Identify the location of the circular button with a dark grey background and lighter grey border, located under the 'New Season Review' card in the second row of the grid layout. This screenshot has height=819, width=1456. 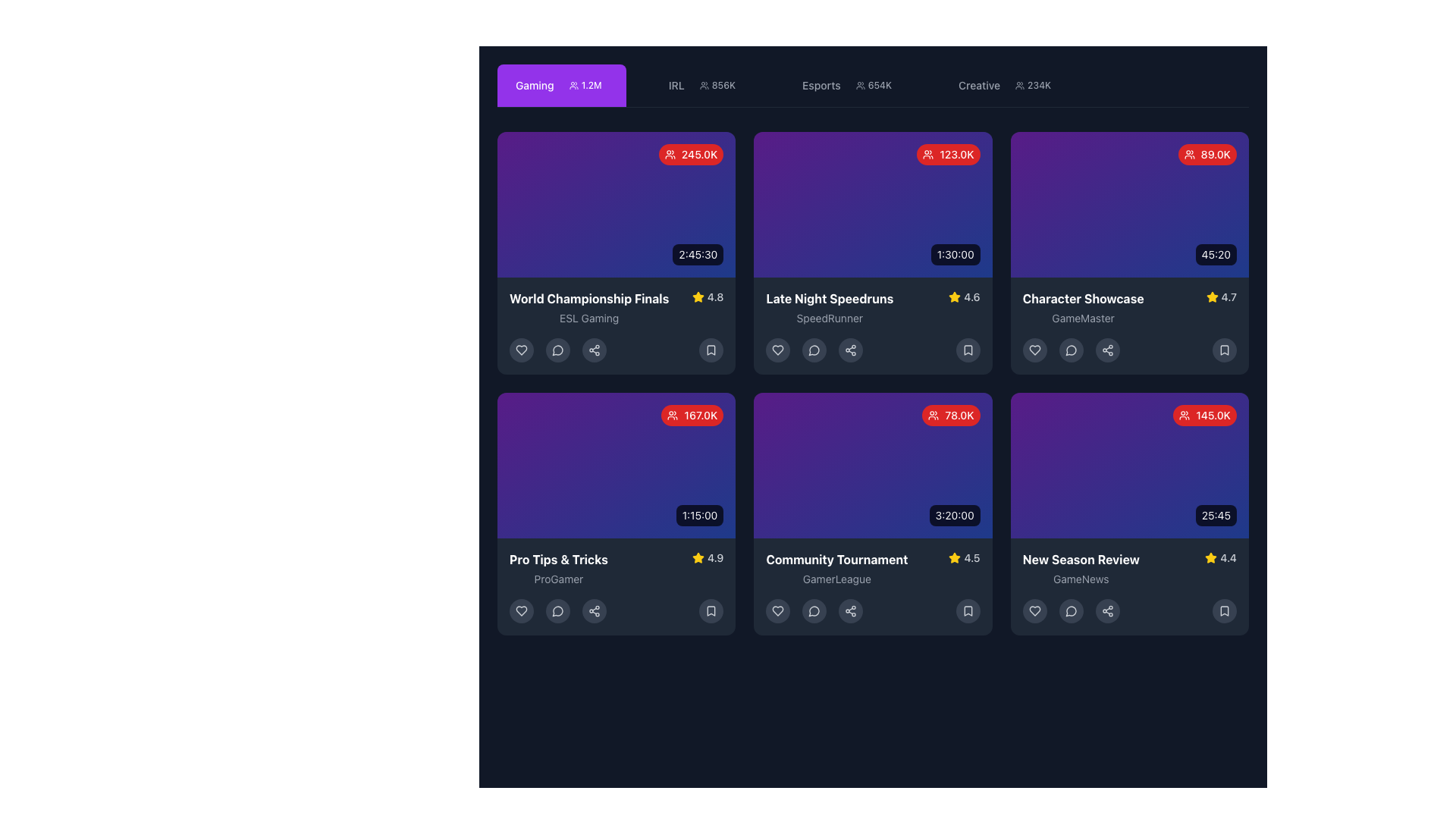
(1070, 610).